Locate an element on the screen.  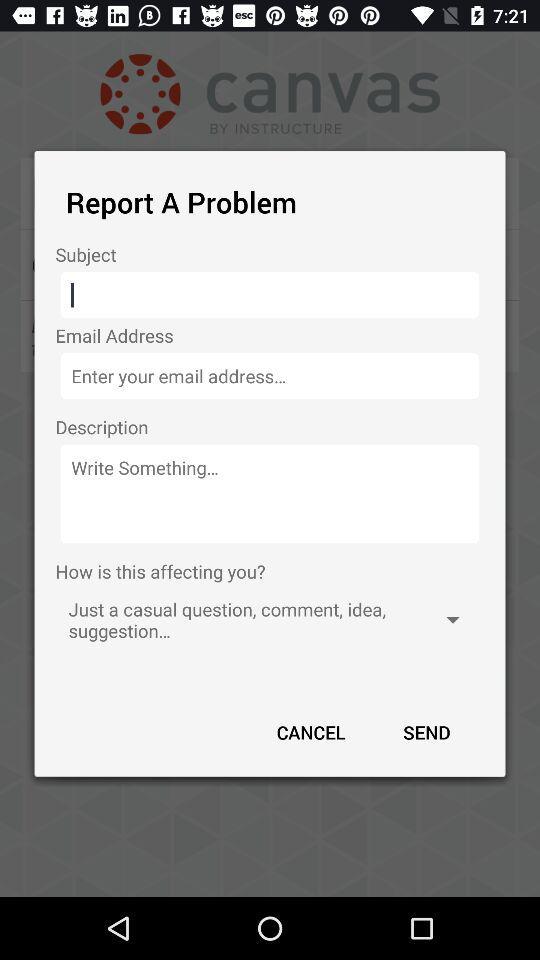
send is located at coordinates (425, 731).